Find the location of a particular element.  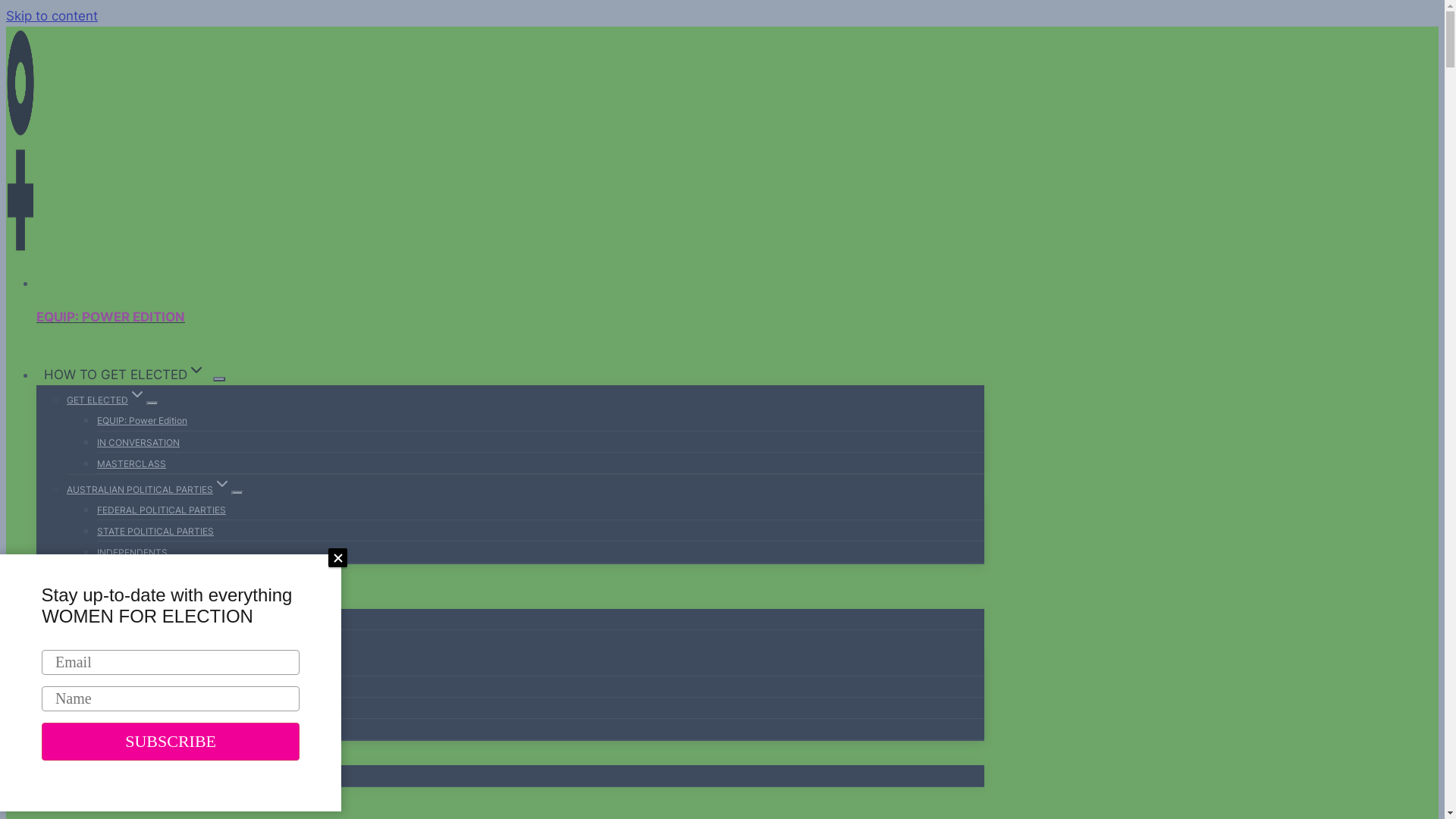

'MASTERCLASS' is located at coordinates (131, 463).